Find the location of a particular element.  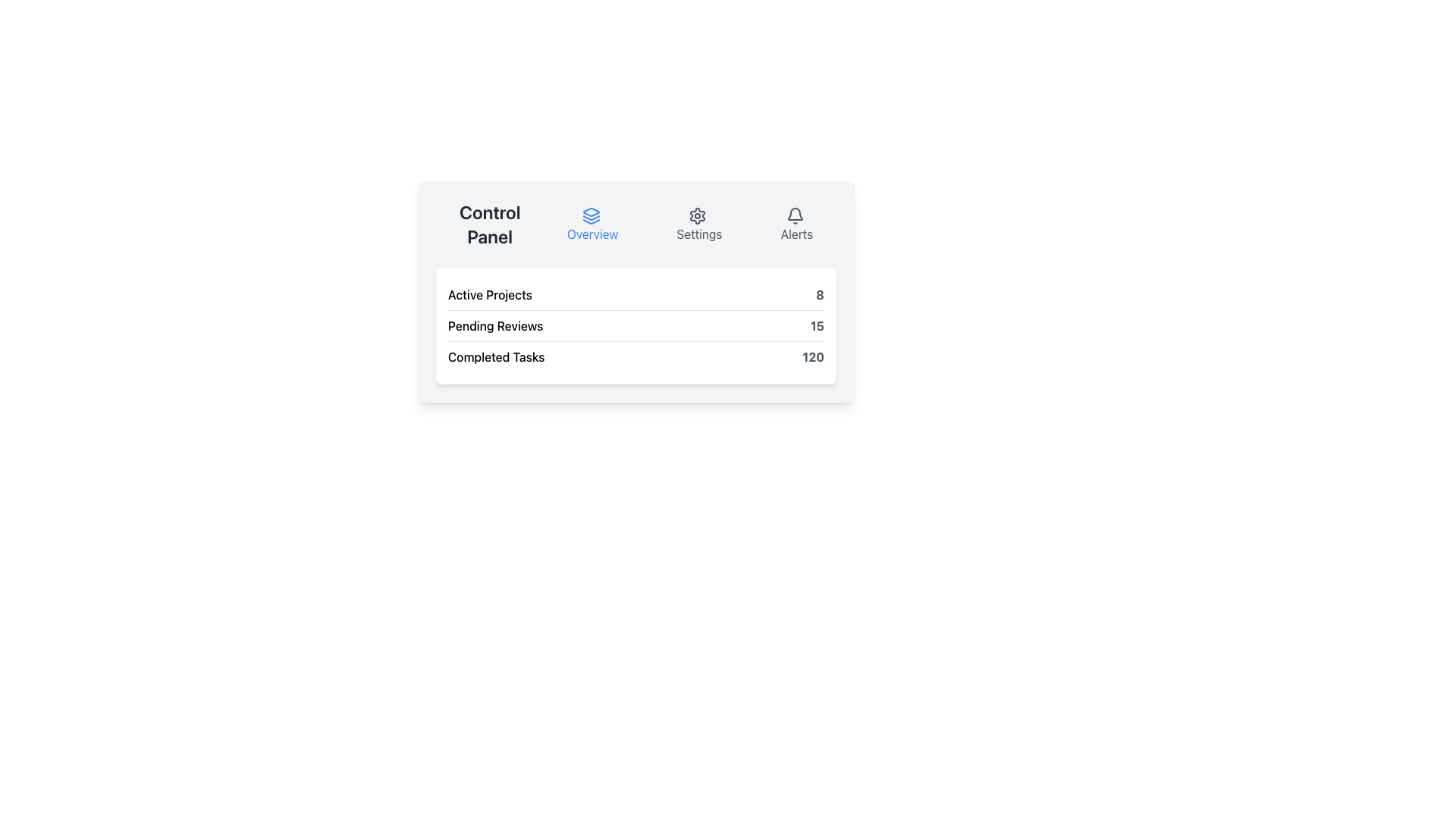

the text label reading 'Pending Reviews', which is positioned within a list of items in a structured information panel is located at coordinates (495, 325).